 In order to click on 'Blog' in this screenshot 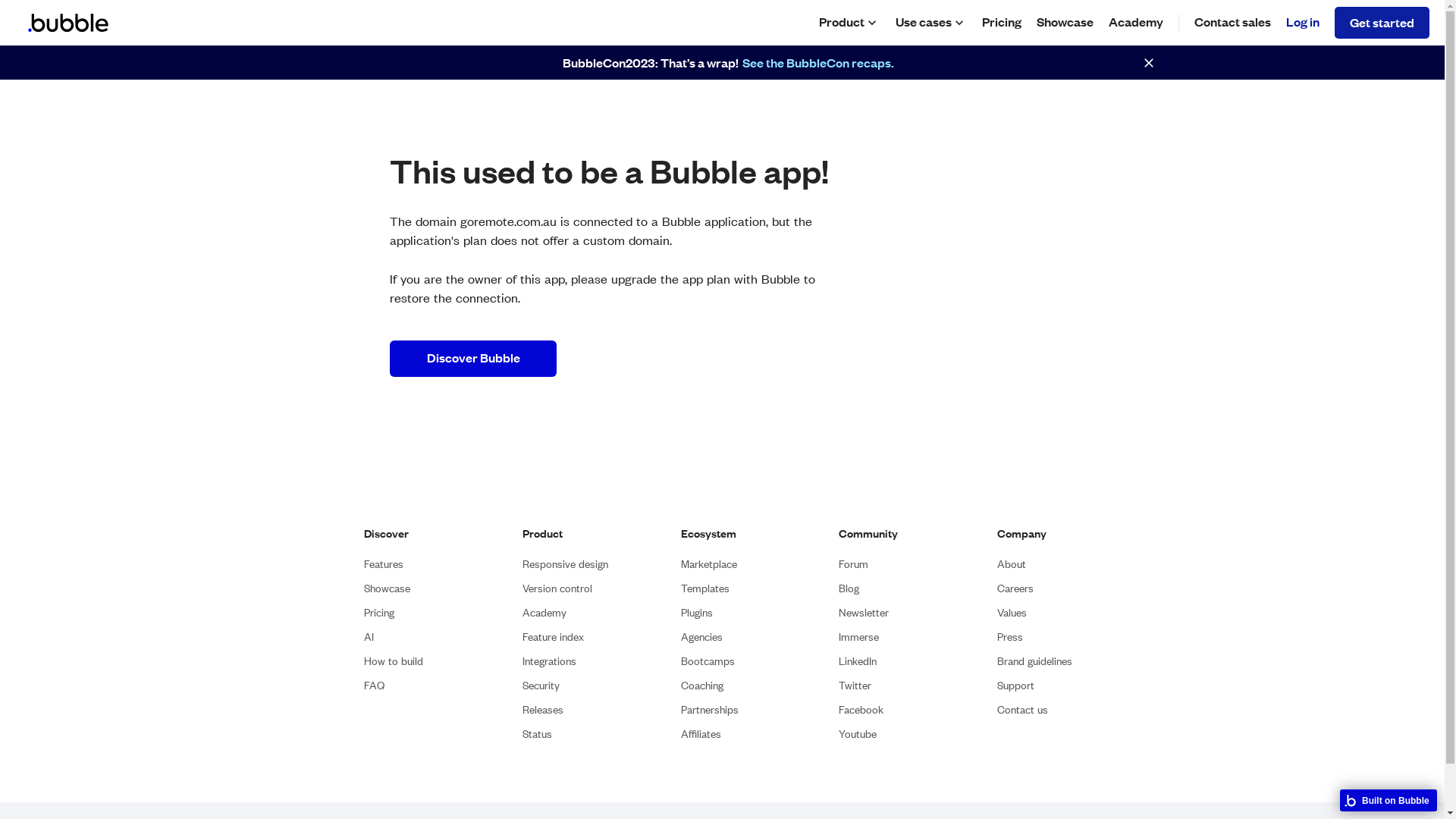, I will do `click(848, 587)`.